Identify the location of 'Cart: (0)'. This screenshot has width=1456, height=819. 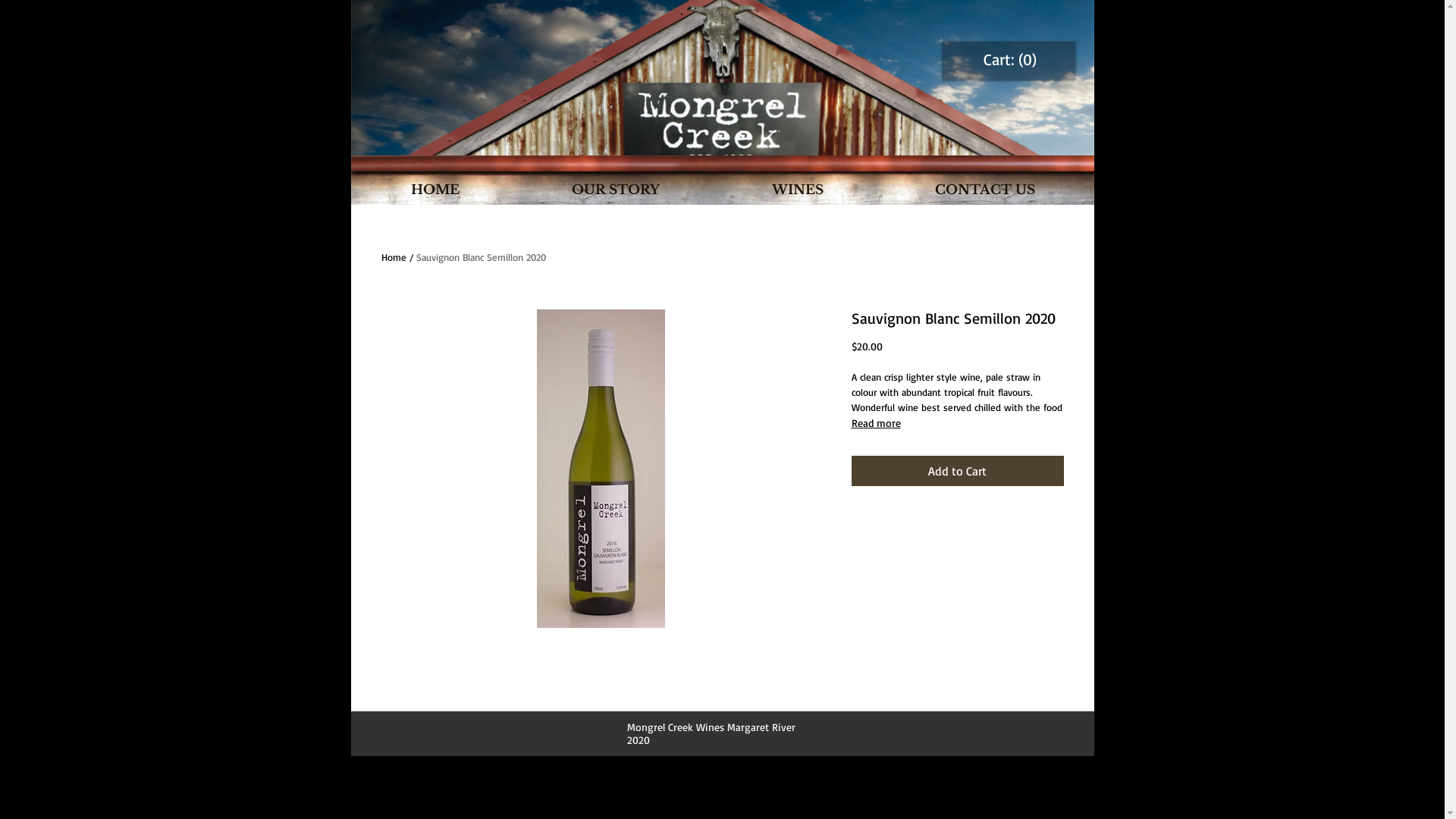
(1009, 58).